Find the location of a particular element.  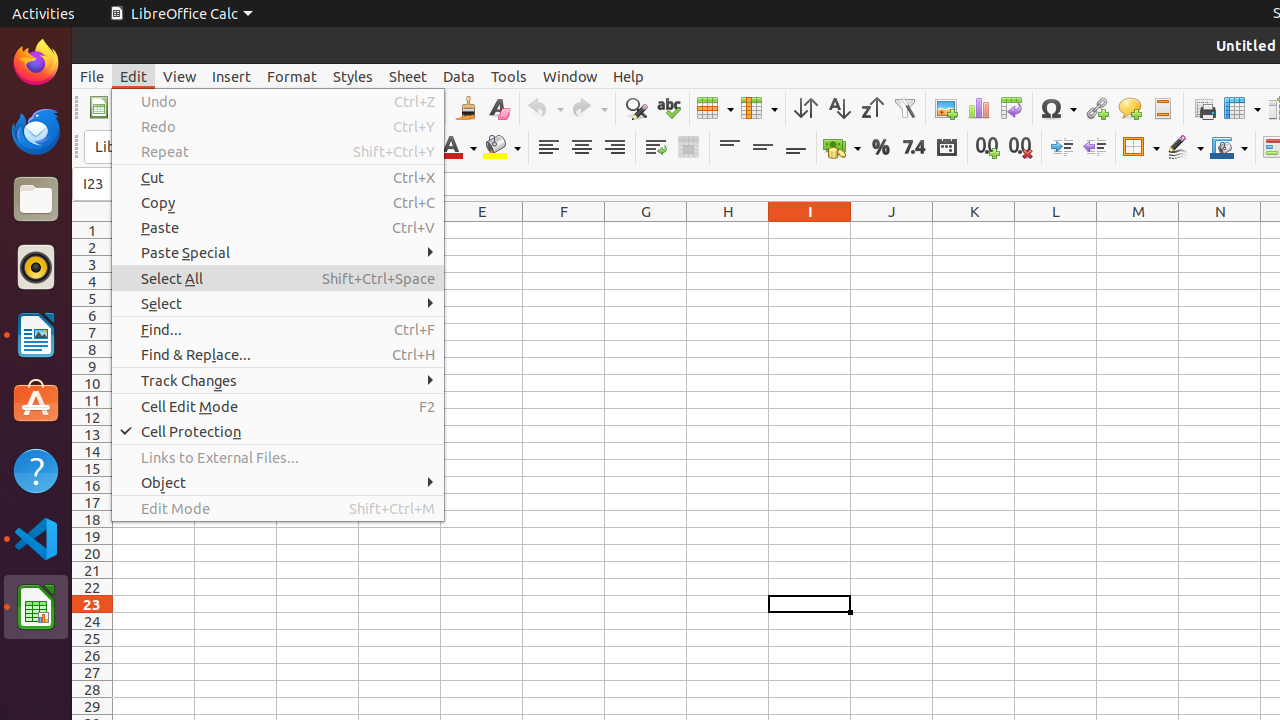

'Image' is located at coordinates (944, 108).